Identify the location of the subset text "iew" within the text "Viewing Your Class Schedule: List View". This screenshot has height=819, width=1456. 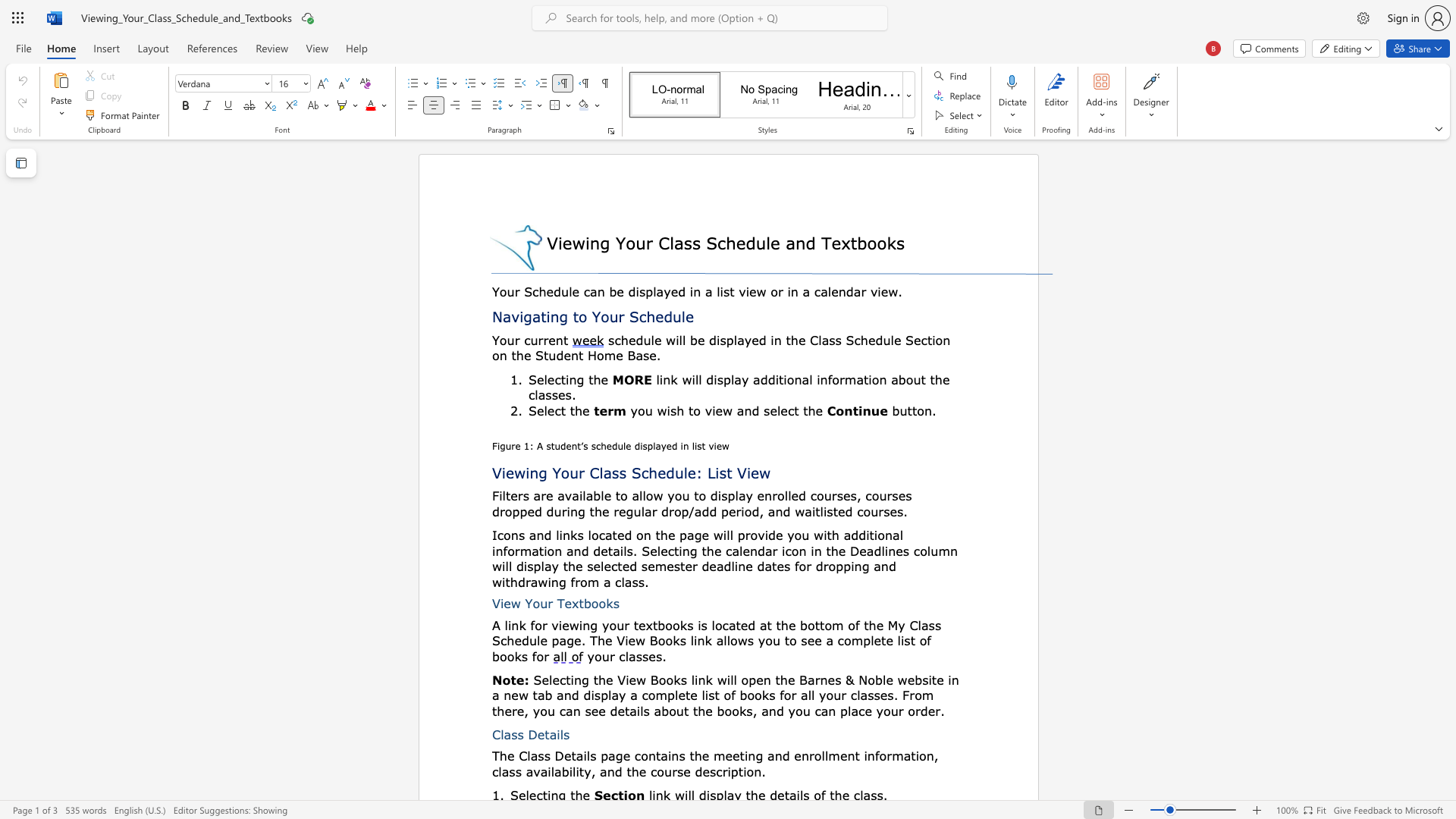
(746, 472).